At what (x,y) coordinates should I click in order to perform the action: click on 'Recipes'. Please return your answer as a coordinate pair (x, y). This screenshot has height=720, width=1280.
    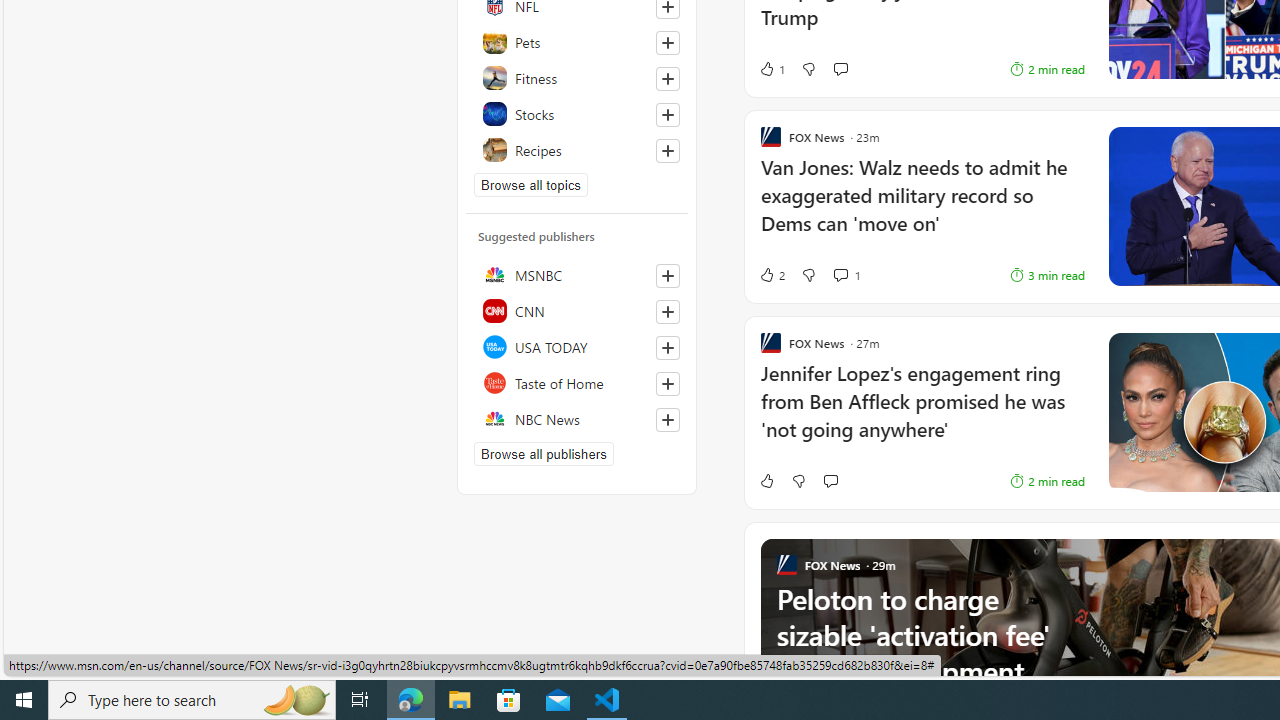
    Looking at the image, I should click on (576, 149).